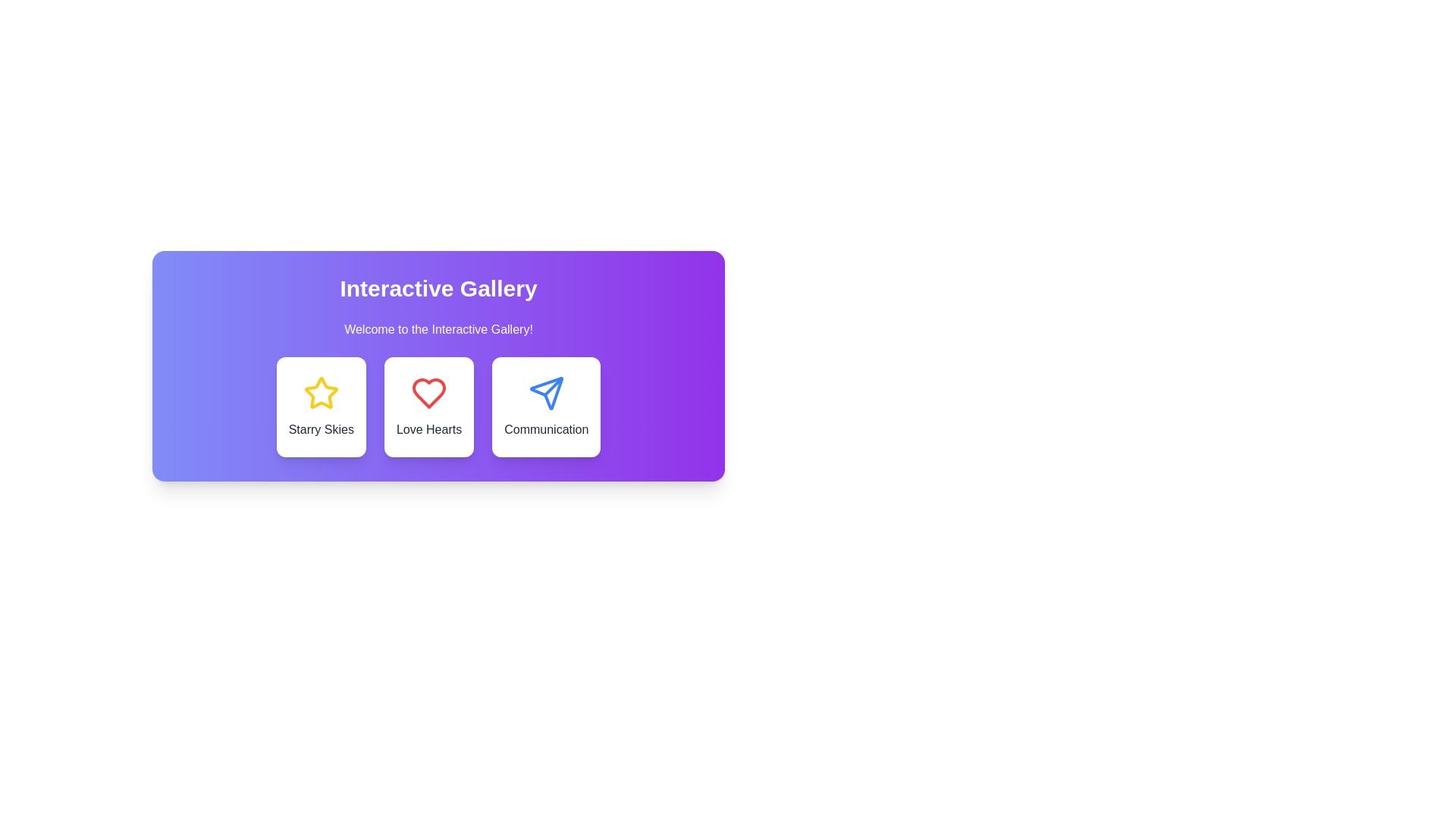 The height and width of the screenshot is (819, 1456). Describe the element at coordinates (438, 289) in the screenshot. I see `the header labeled 'Interactive Gallery' which is a non-interactive identifier for the card area, located at the top center of the gradient purple card` at that location.